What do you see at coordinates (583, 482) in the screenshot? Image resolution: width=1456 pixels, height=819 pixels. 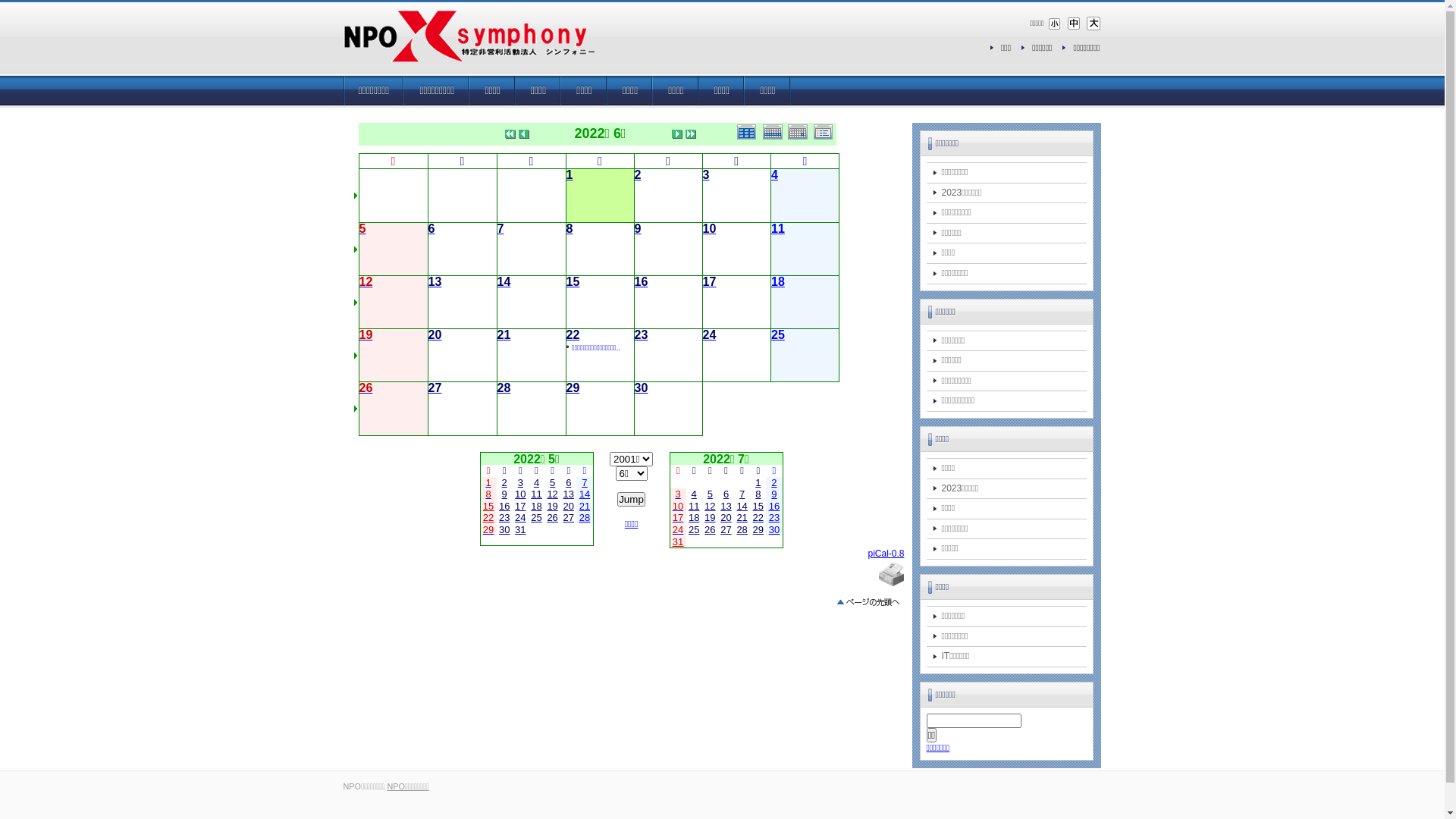 I see `'7'` at bounding box center [583, 482].